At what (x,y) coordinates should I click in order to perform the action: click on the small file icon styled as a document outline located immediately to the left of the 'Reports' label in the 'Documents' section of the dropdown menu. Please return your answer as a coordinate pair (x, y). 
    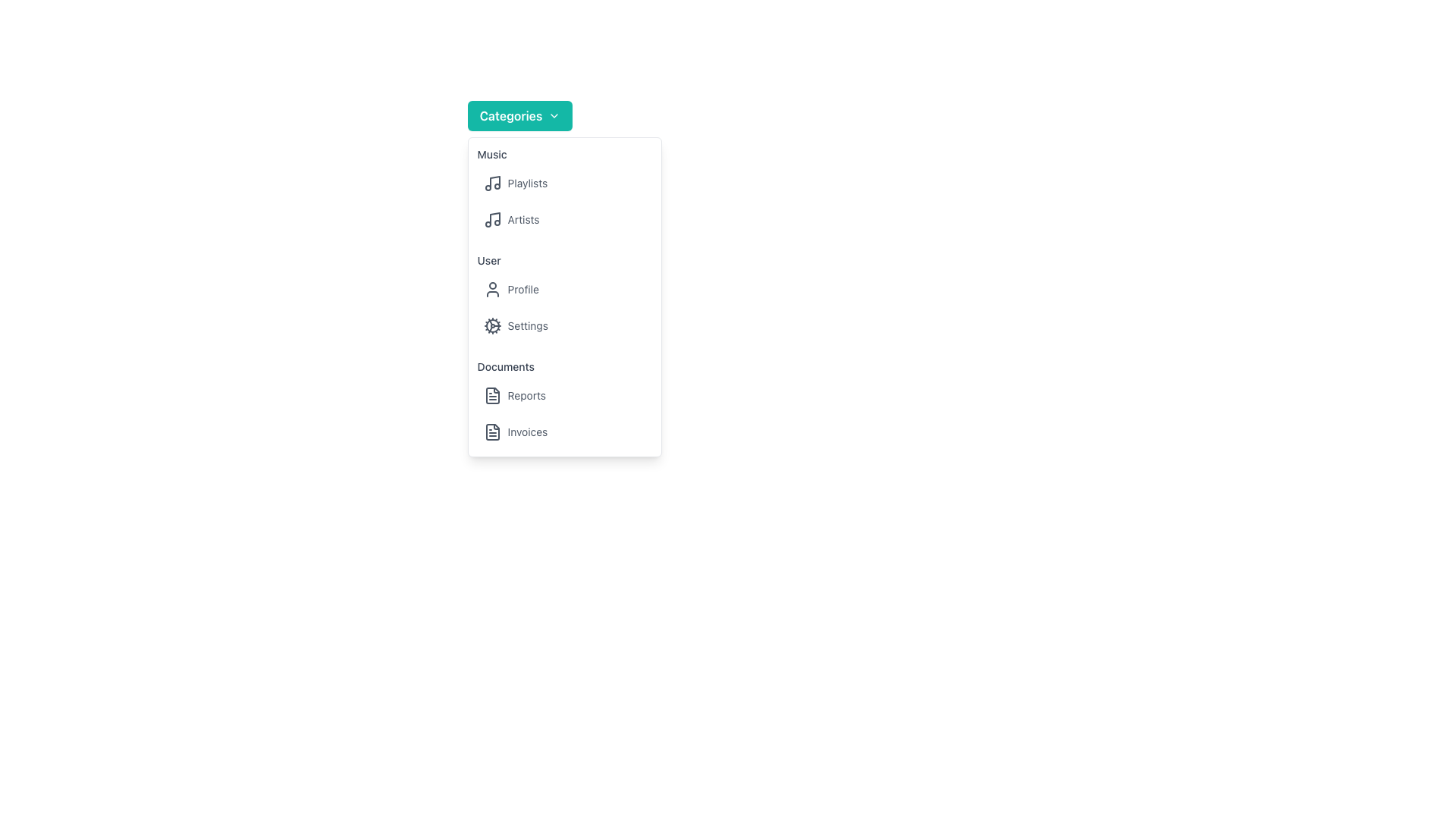
    Looking at the image, I should click on (492, 394).